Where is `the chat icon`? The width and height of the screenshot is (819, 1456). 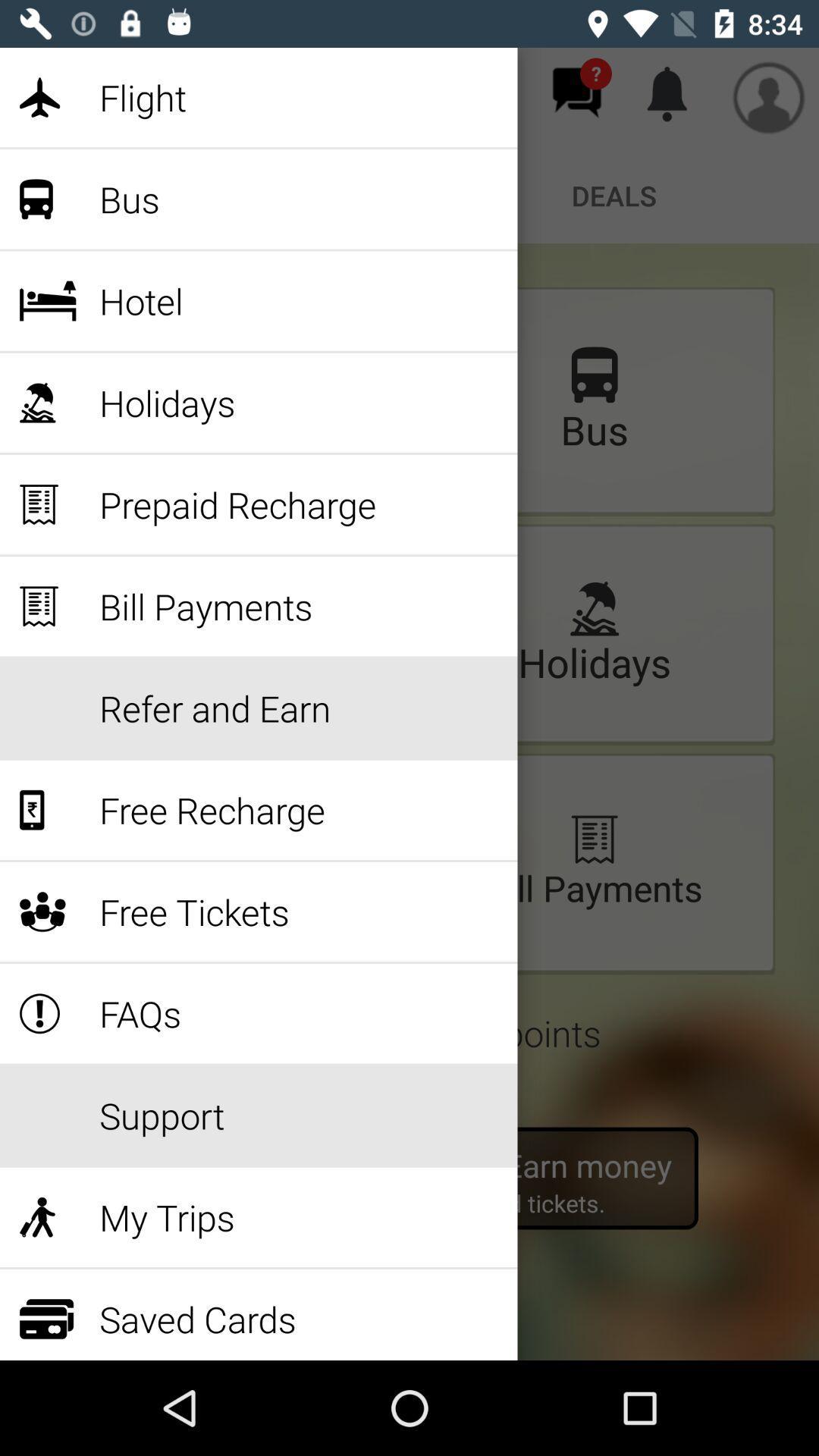
the chat icon is located at coordinates (576, 92).